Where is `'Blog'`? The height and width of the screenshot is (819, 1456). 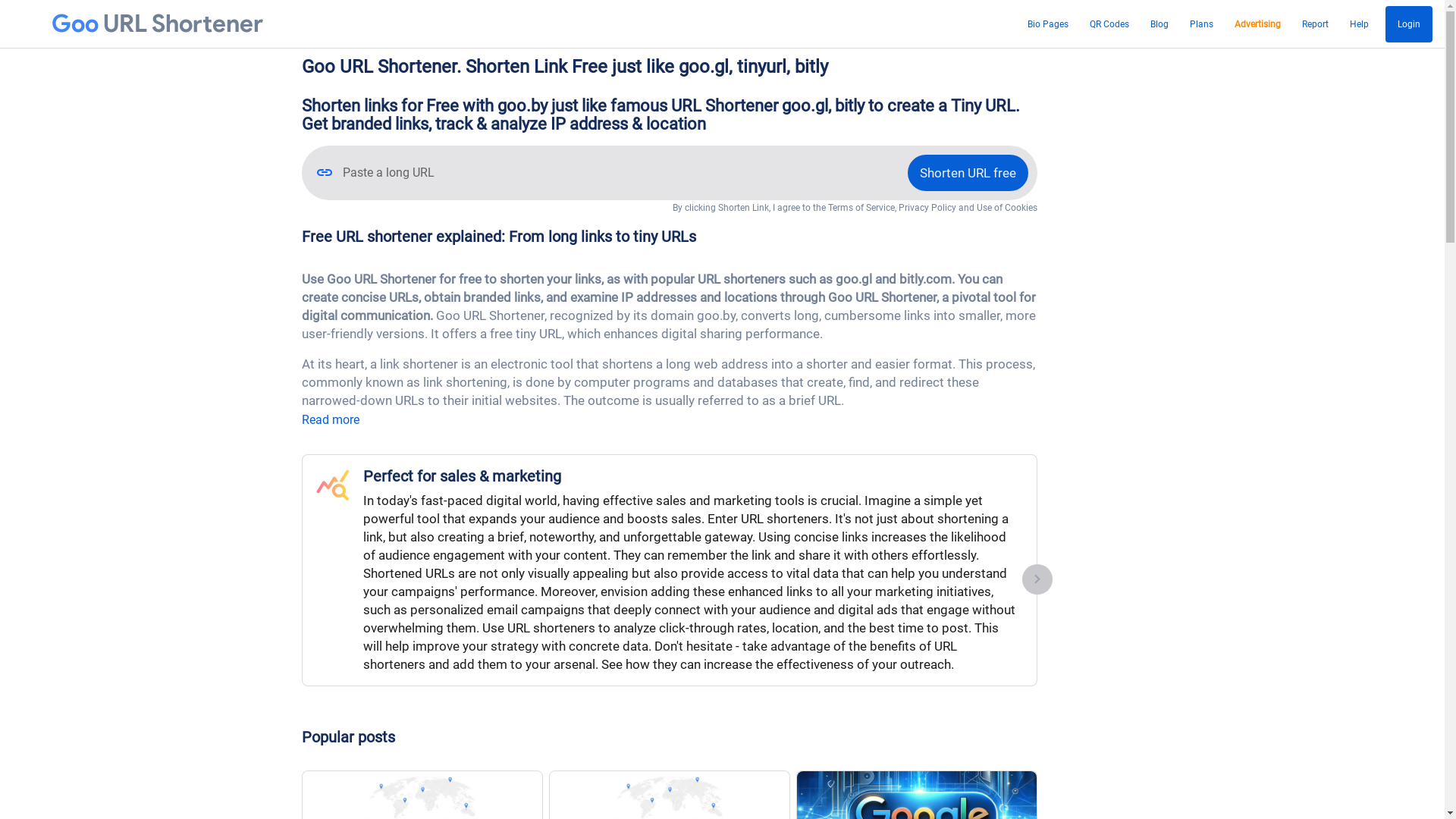 'Blog' is located at coordinates (1159, 24).